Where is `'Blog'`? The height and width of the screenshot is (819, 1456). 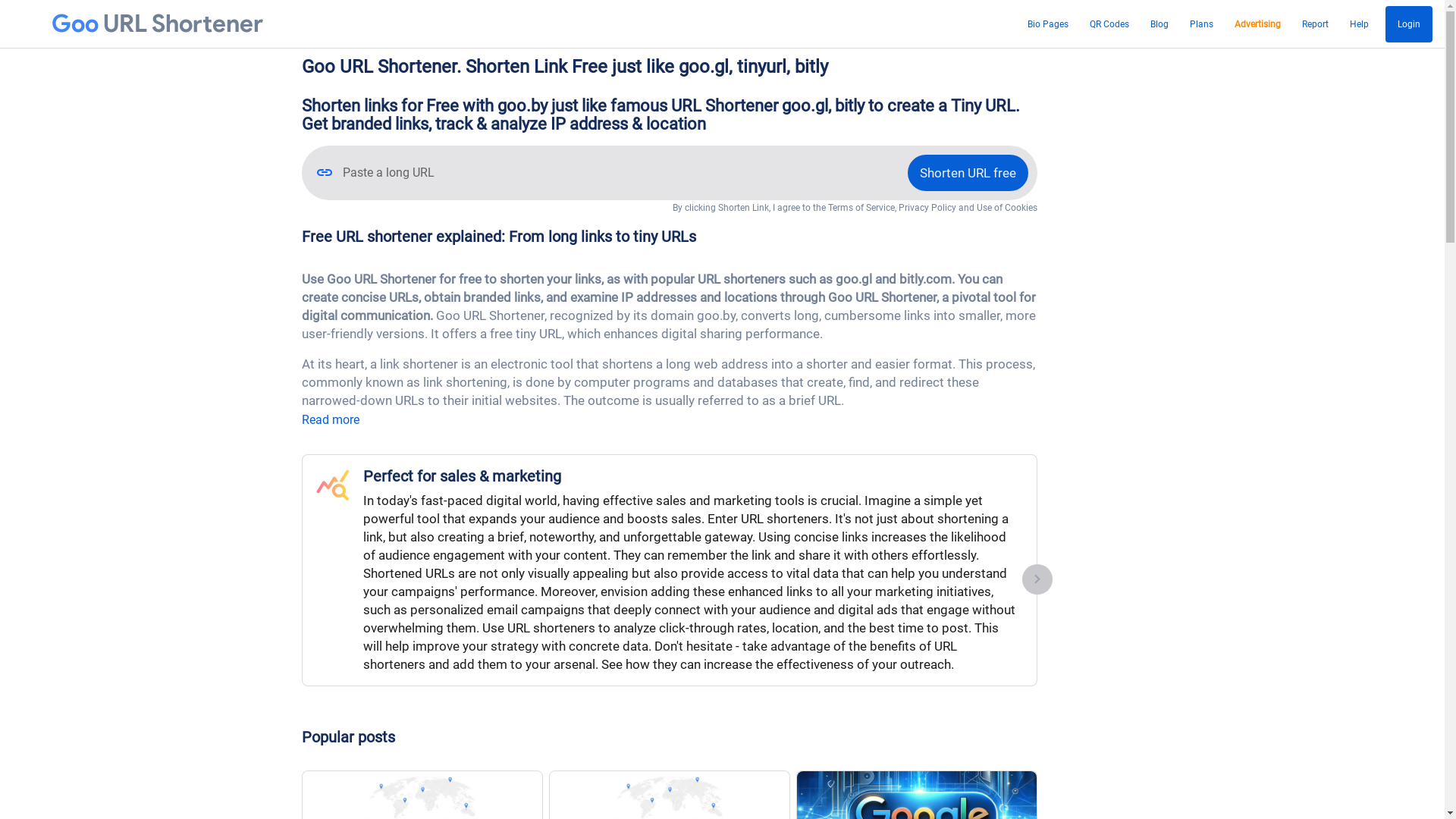 'Blog' is located at coordinates (1159, 24).